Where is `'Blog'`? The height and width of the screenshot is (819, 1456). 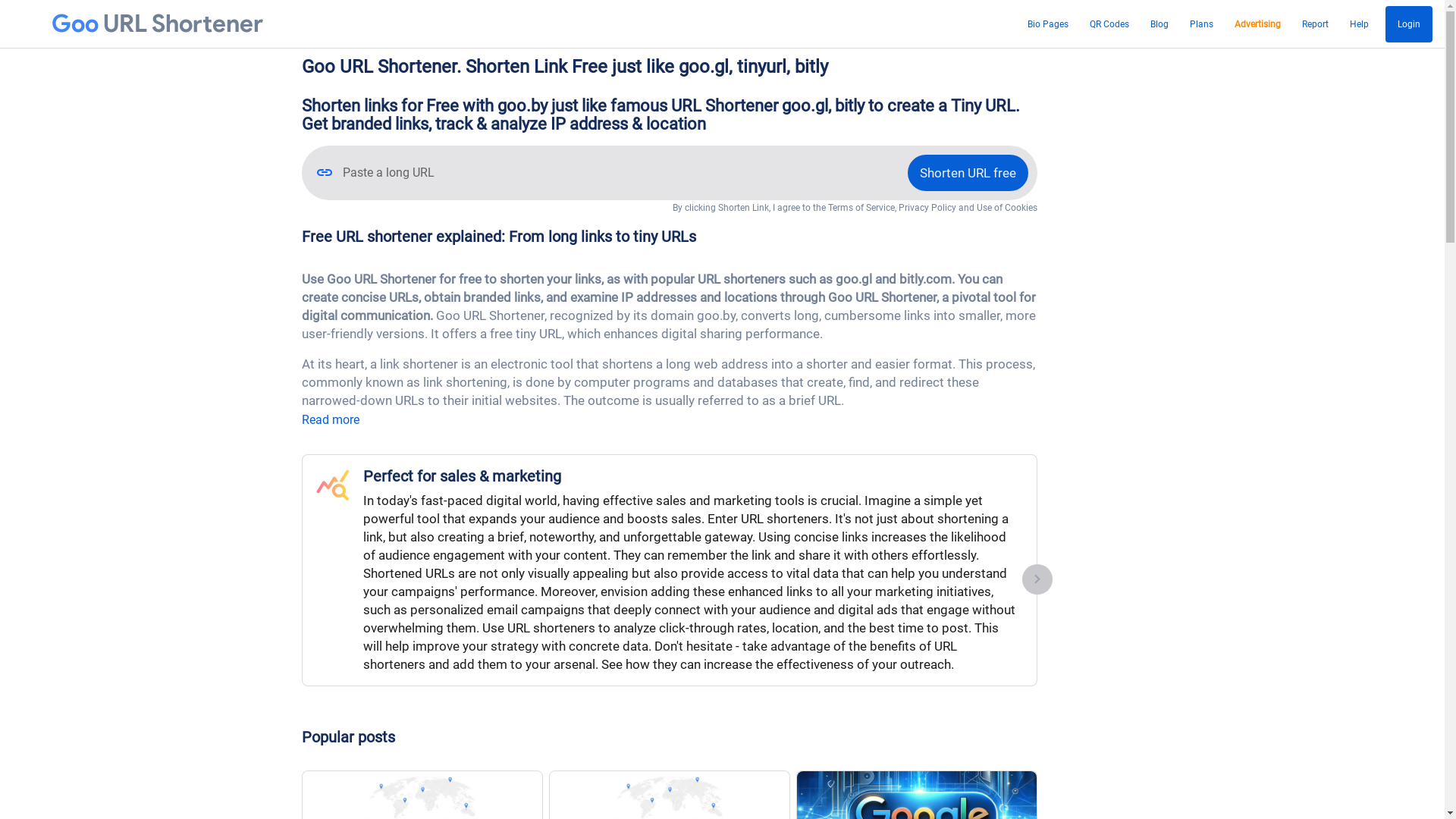 'Blog' is located at coordinates (1159, 24).